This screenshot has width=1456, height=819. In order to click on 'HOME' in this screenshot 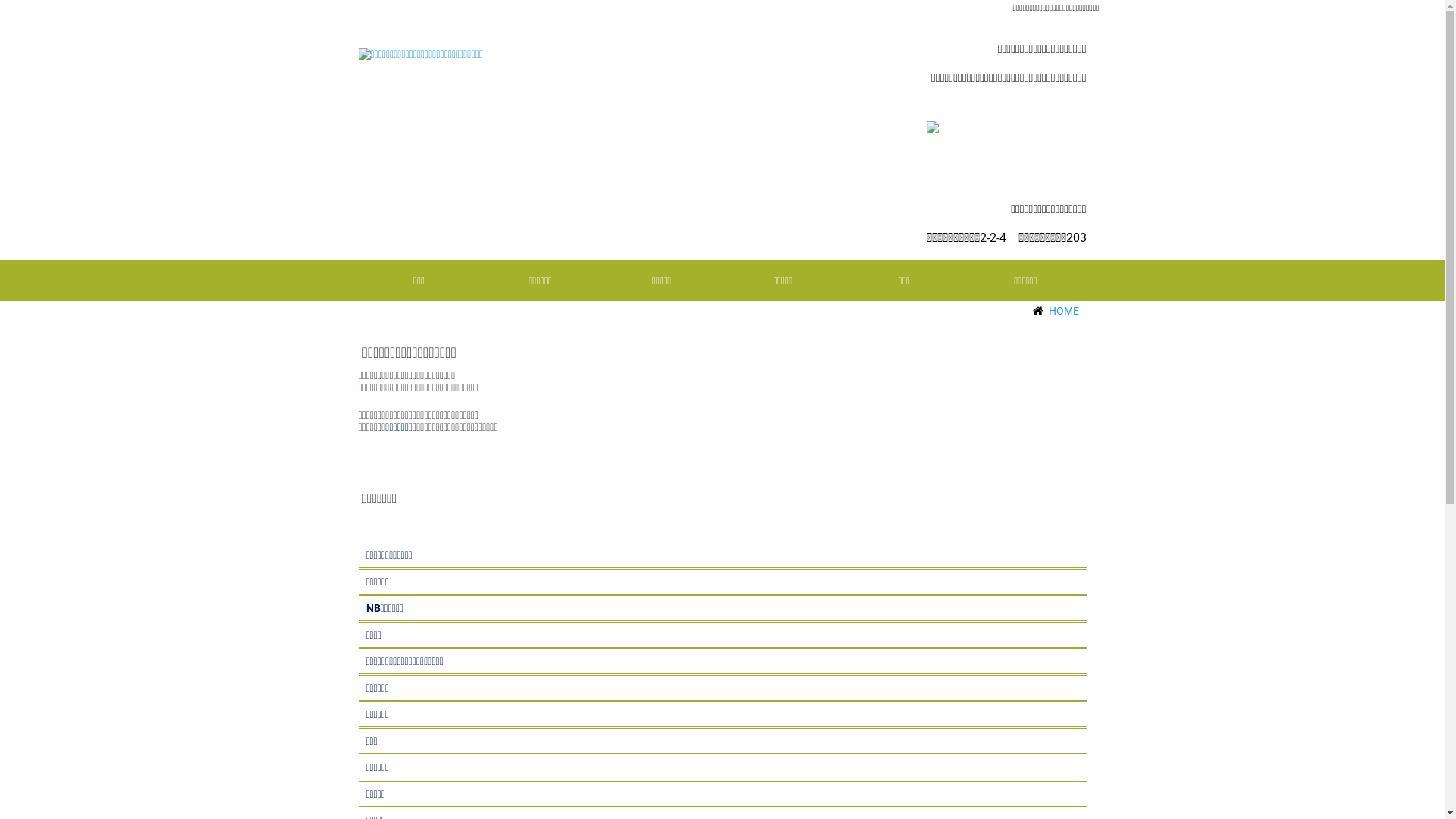, I will do `click(1047, 309)`.